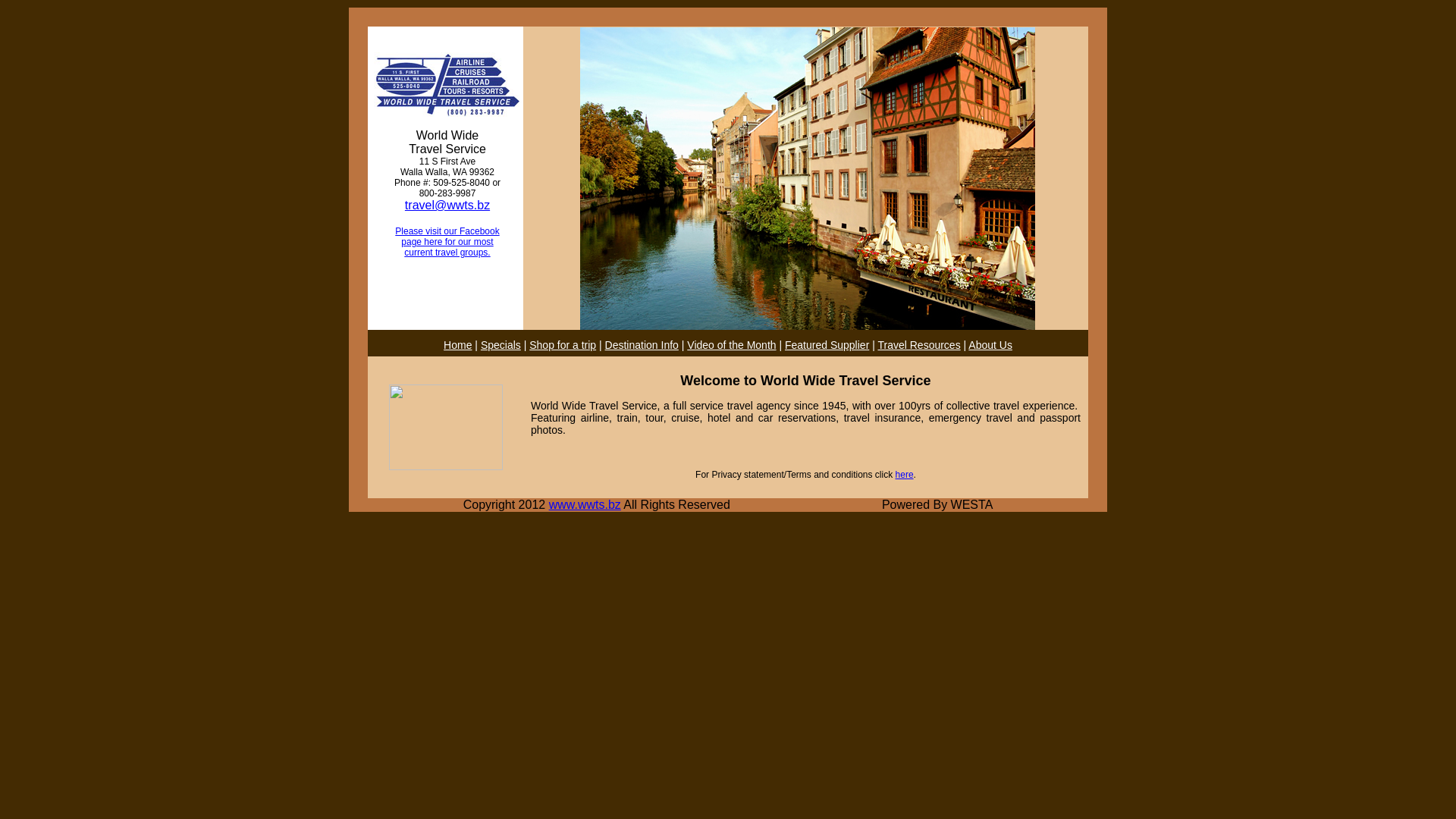 The height and width of the screenshot is (819, 1456). Describe the element at coordinates (642, 345) in the screenshot. I see `'Destination Info'` at that location.